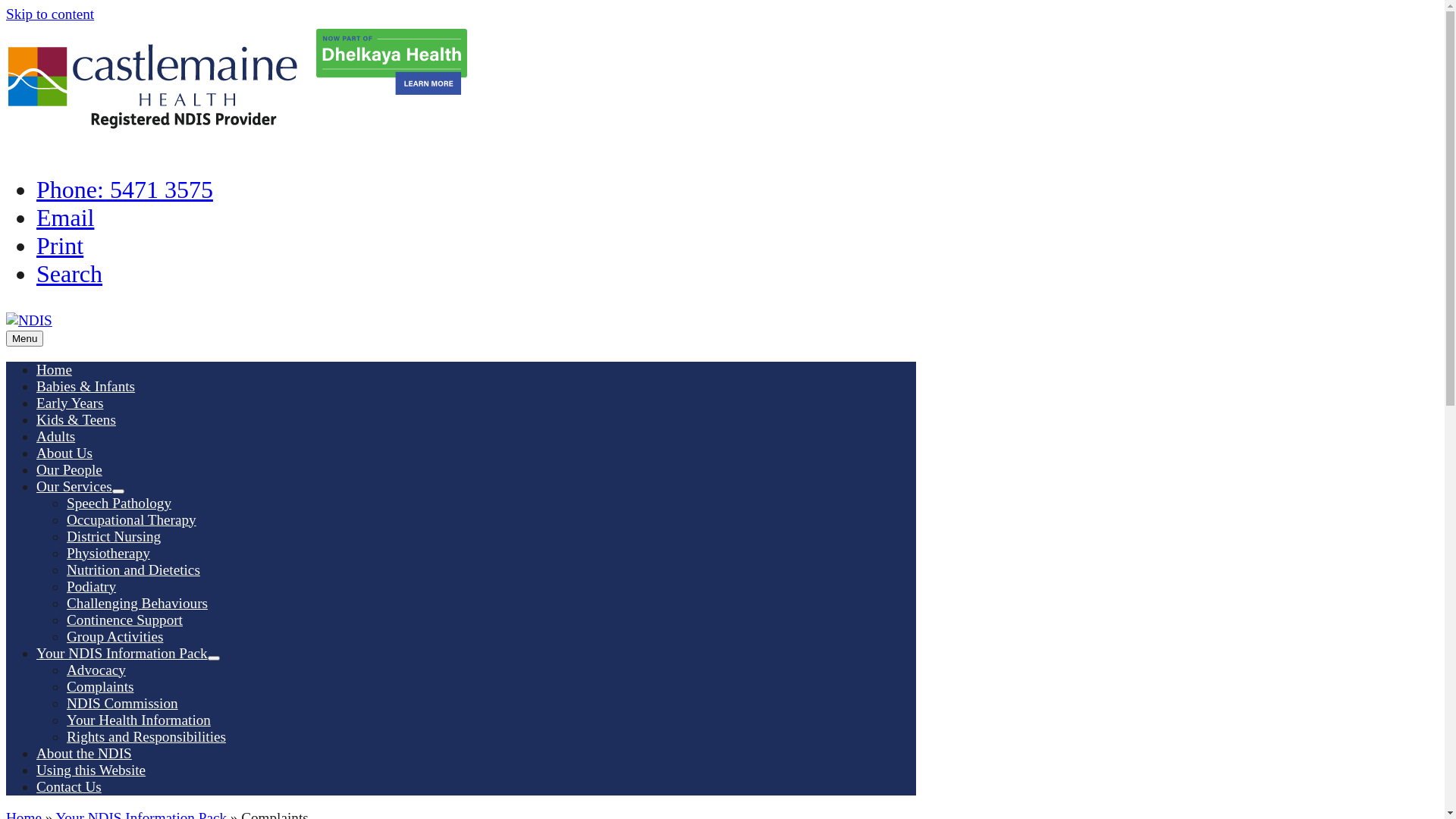 The height and width of the screenshot is (819, 1456). Describe the element at coordinates (114, 636) in the screenshot. I see `'Group Activities'` at that location.